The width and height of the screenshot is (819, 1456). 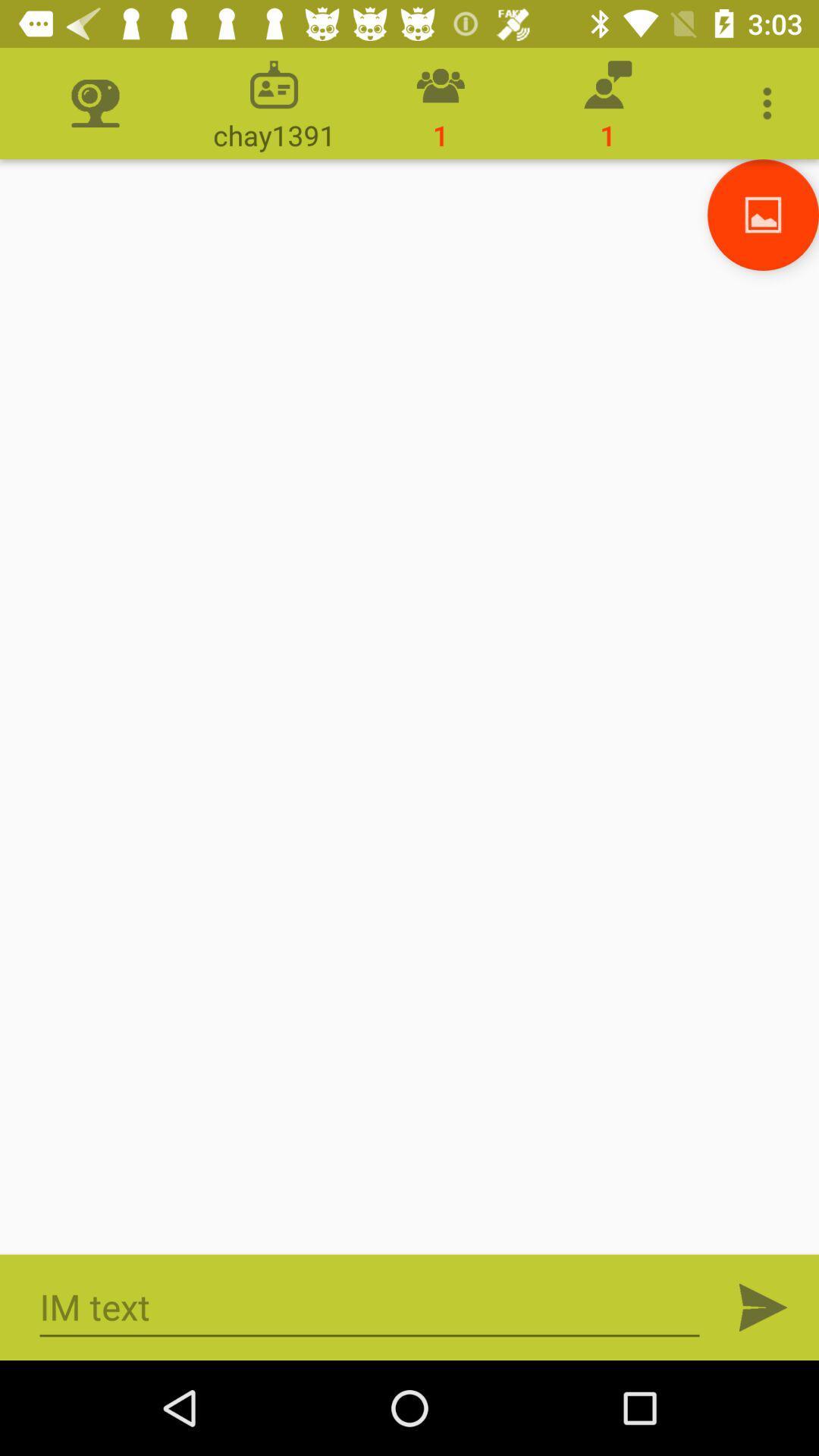 I want to click on im, so click(x=369, y=1307).